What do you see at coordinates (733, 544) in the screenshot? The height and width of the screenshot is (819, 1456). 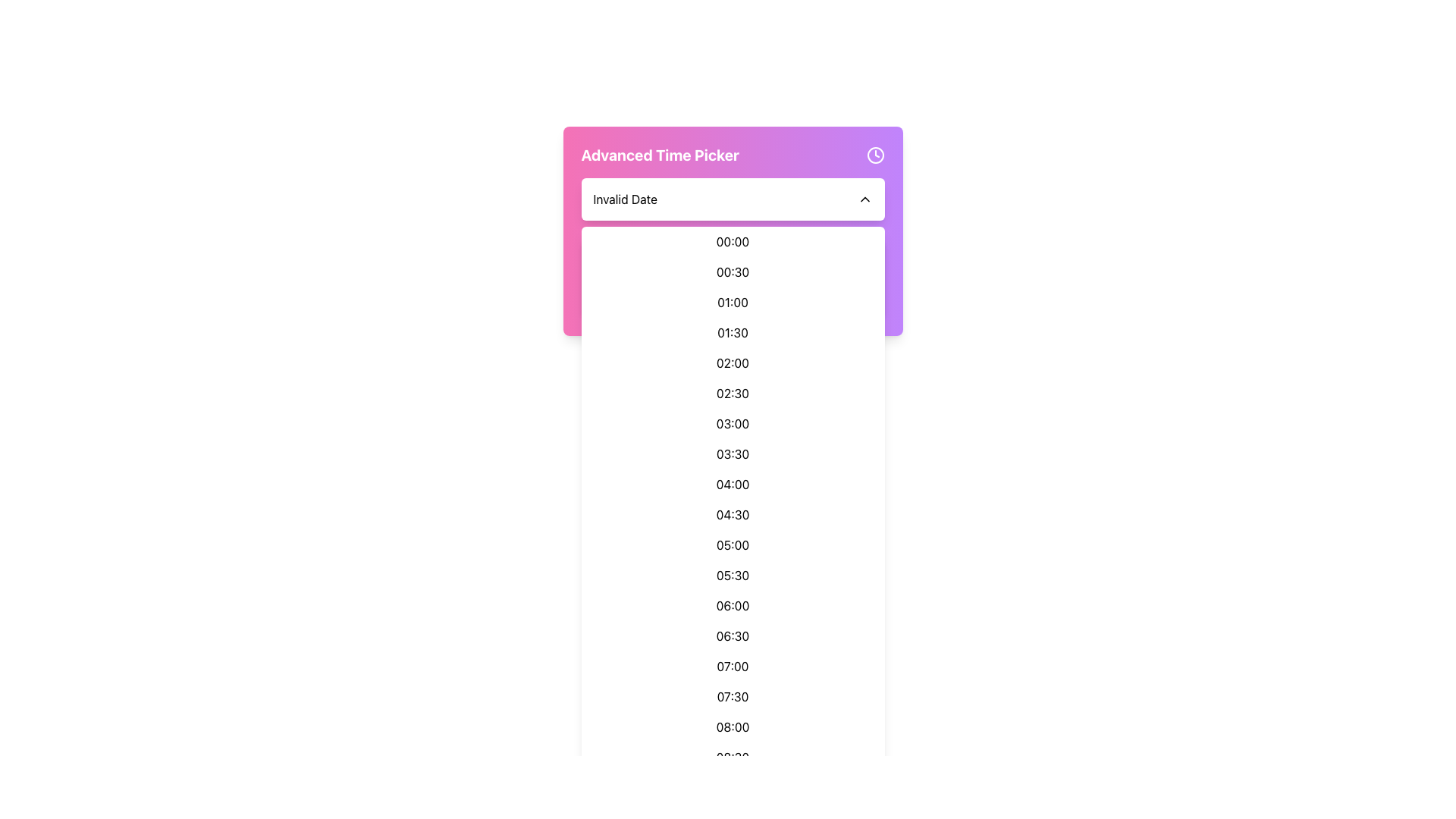 I see `the selectable list item displaying '05:00' in the dropdown menu of the 'Advanced Time Picker' interface` at bounding box center [733, 544].